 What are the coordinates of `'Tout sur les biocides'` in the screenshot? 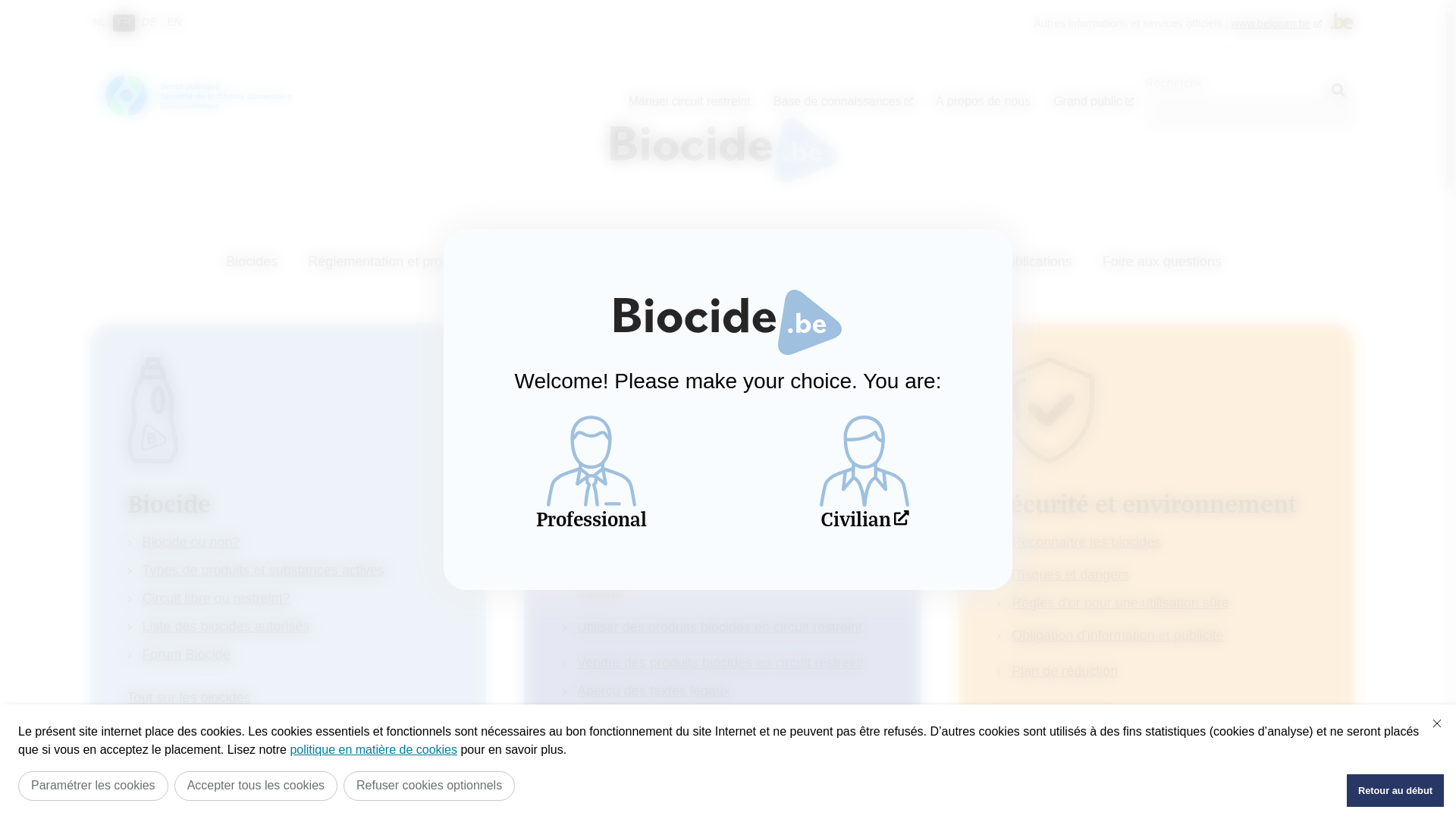 It's located at (188, 698).